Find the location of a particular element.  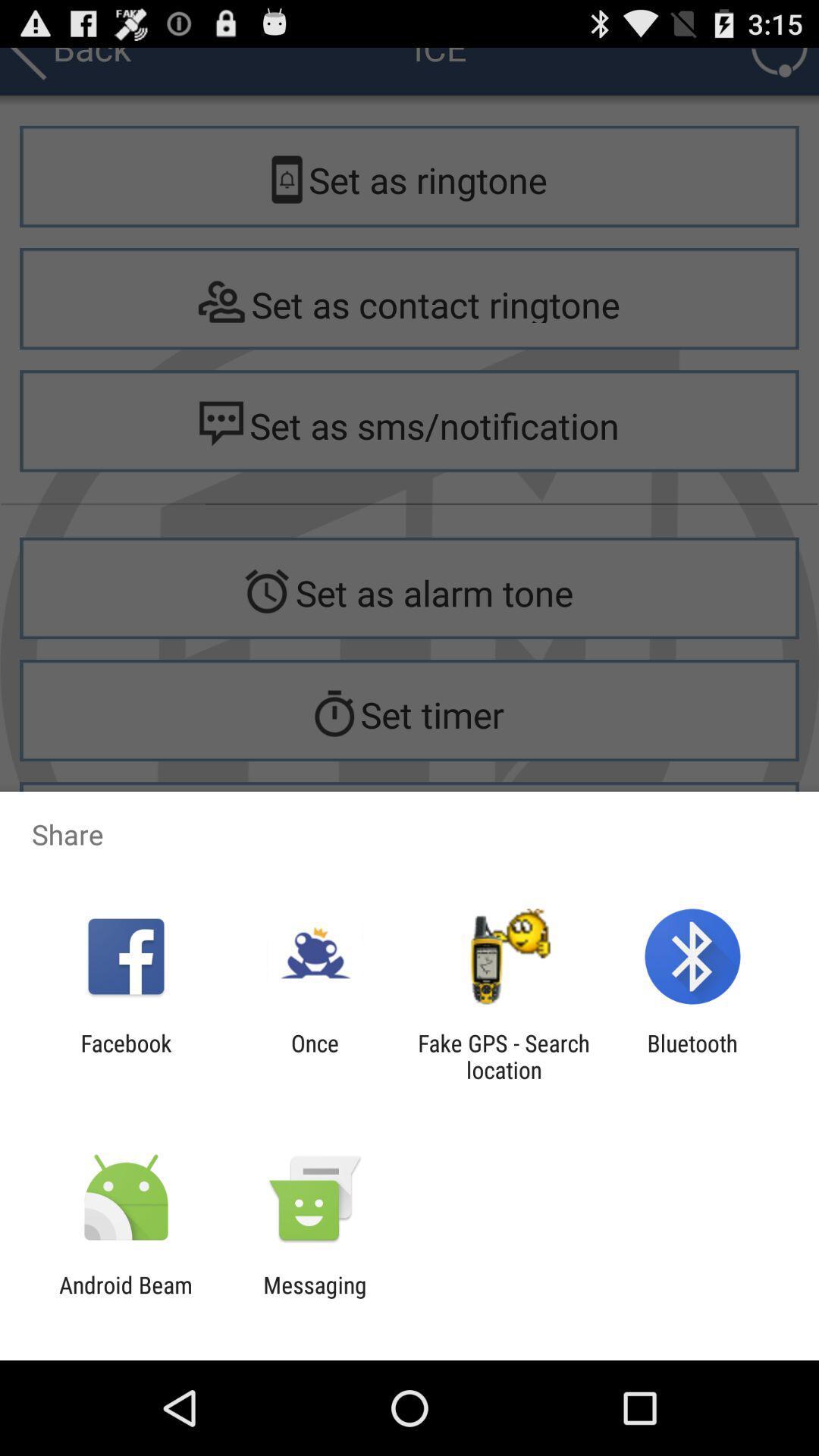

fake gps search icon is located at coordinates (504, 1056).